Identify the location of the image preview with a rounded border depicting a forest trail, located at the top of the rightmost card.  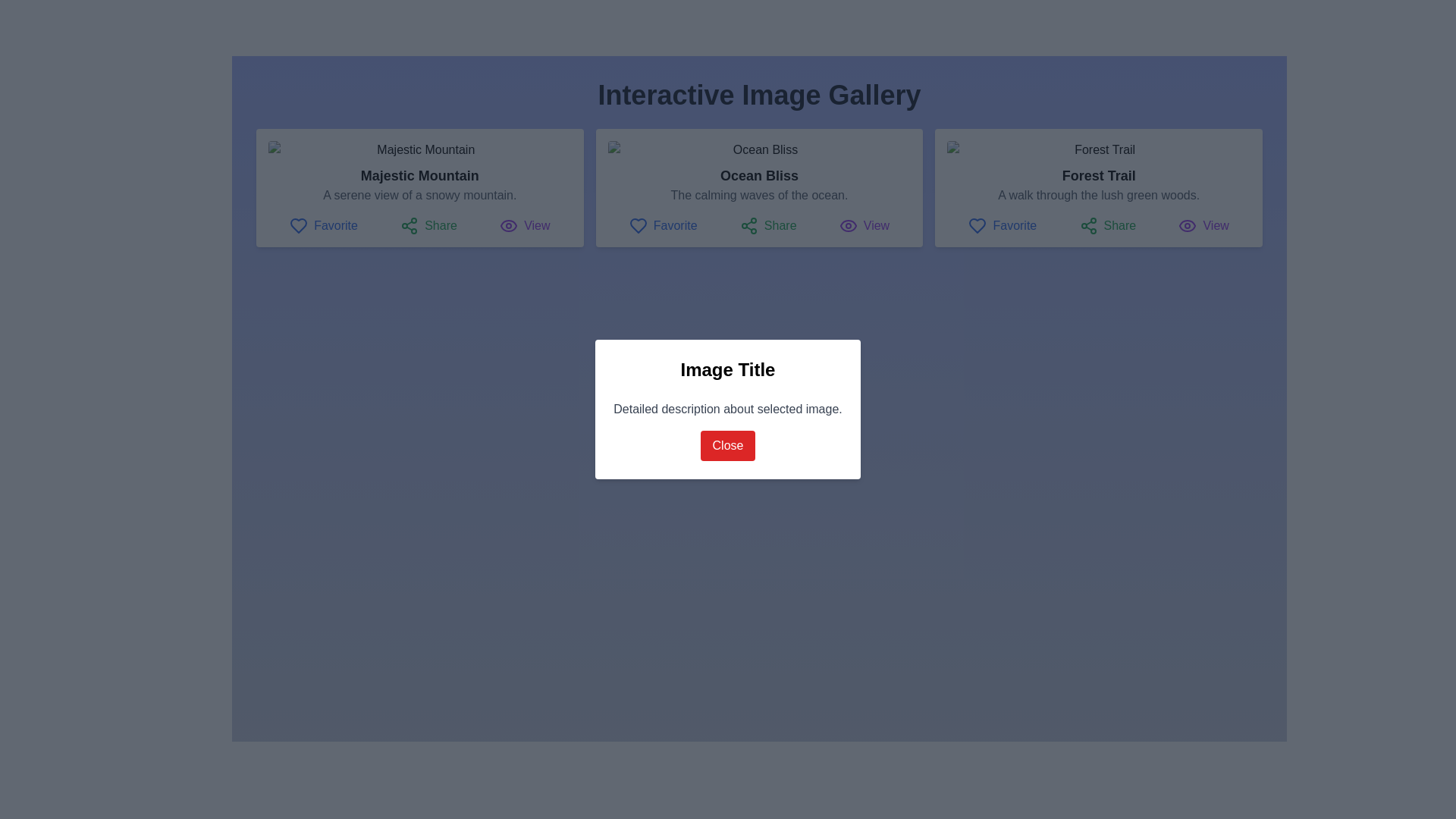
(1099, 149).